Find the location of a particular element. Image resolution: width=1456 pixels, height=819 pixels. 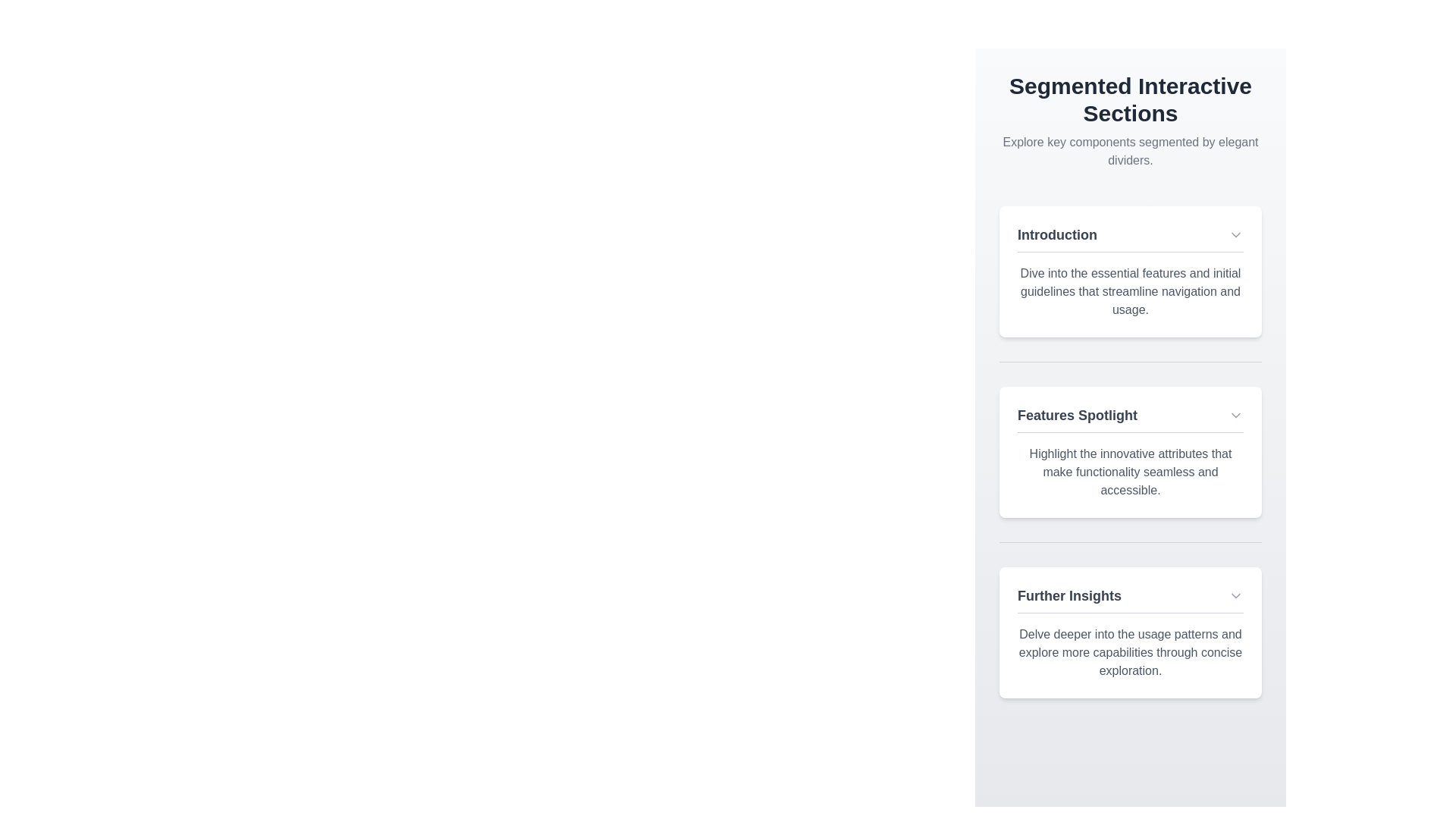

the thin gray horizontal separator line positioned between the 'Introduction' and 'Features Spotlight' sections is located at coordinates (1131, 362).